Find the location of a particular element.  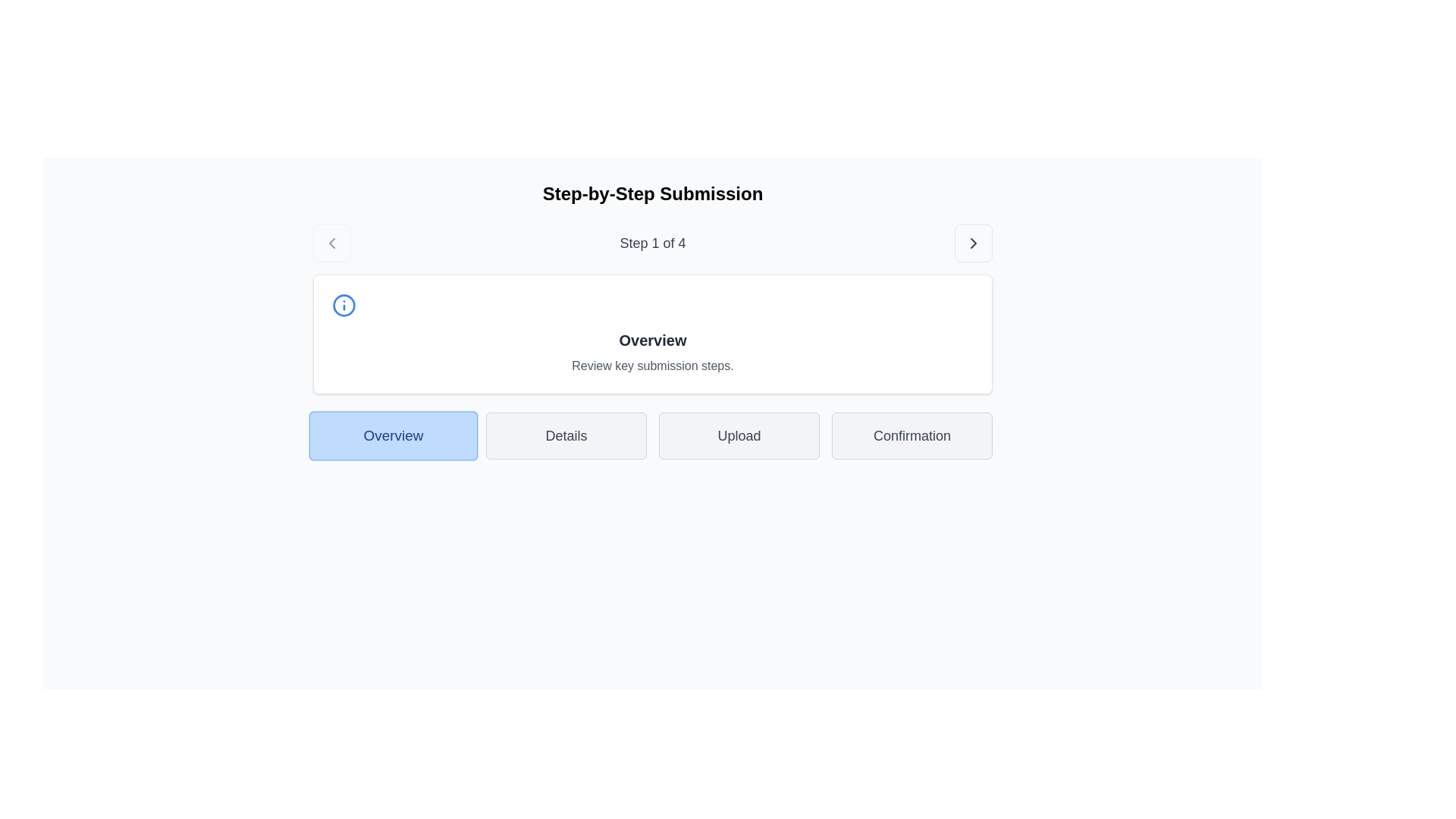

static text label 'Details' which is displayed in bold and medium-large font size, centrally positioned within a rectangular block in a button-like layout is located at coordinates (566, 435).